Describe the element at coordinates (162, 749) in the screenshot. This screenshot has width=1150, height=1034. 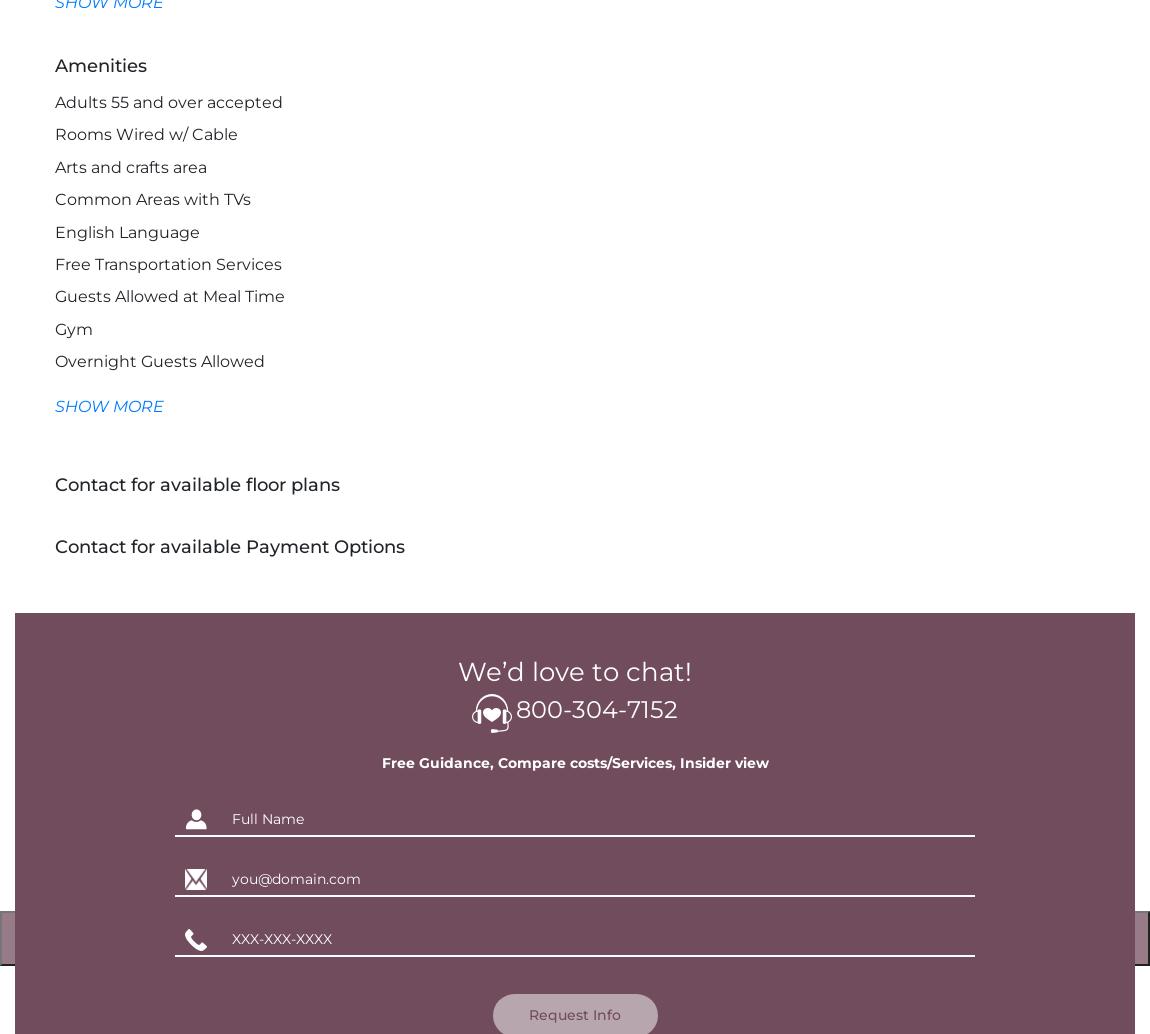
I see `'Laundry Services for Linens'` at that location.